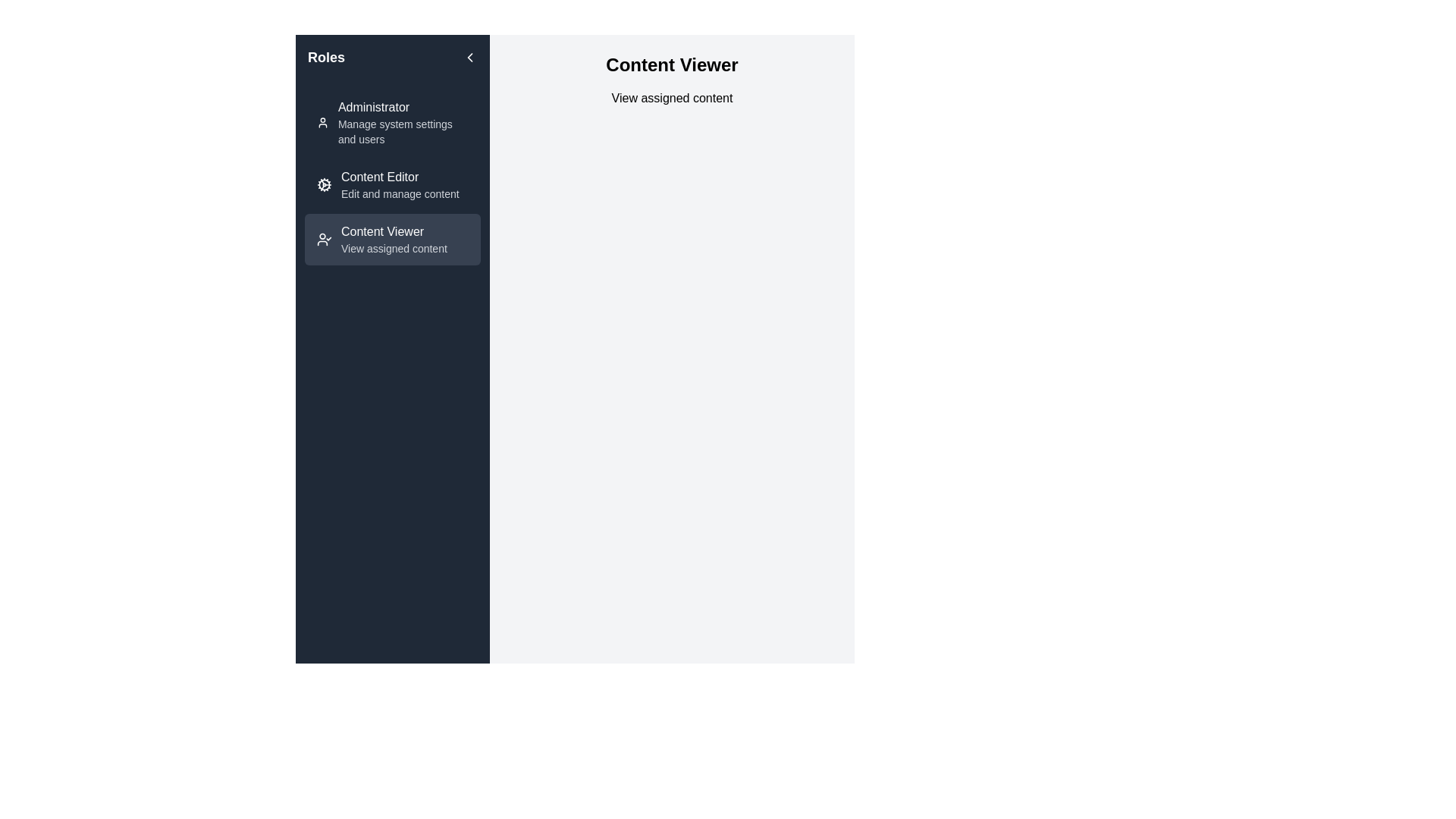 Image resolution: width=1456 pixels, height=819 pixels. I want to click on the 'Content Editor' navigation item in the sidebar menu, so click(393, 184).